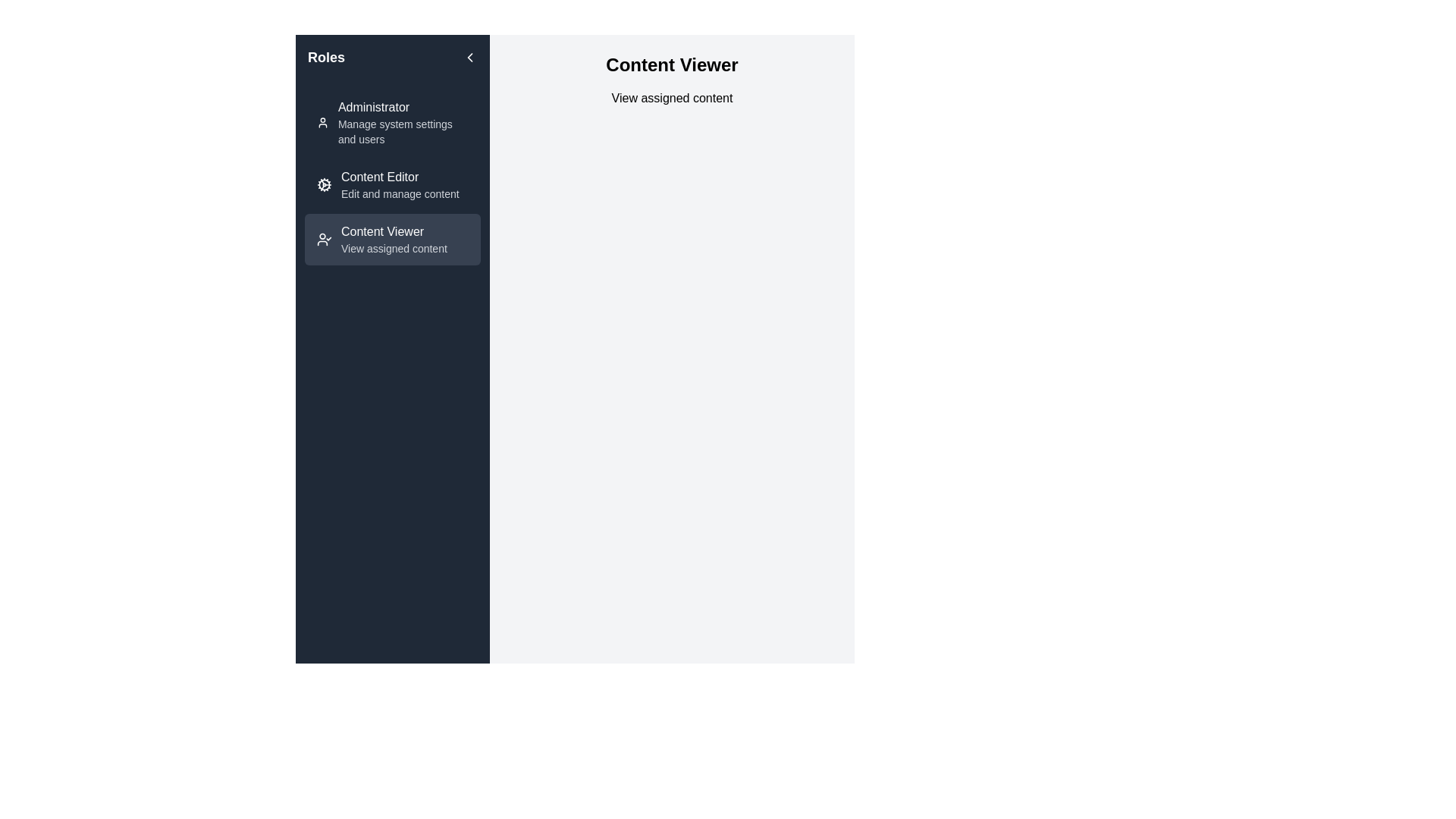 Image resolution: width=1456 pixels, height=819 pixels. I want to click on the 'Content Editor' navigation item in the sidebar menu, so click(393, 184).